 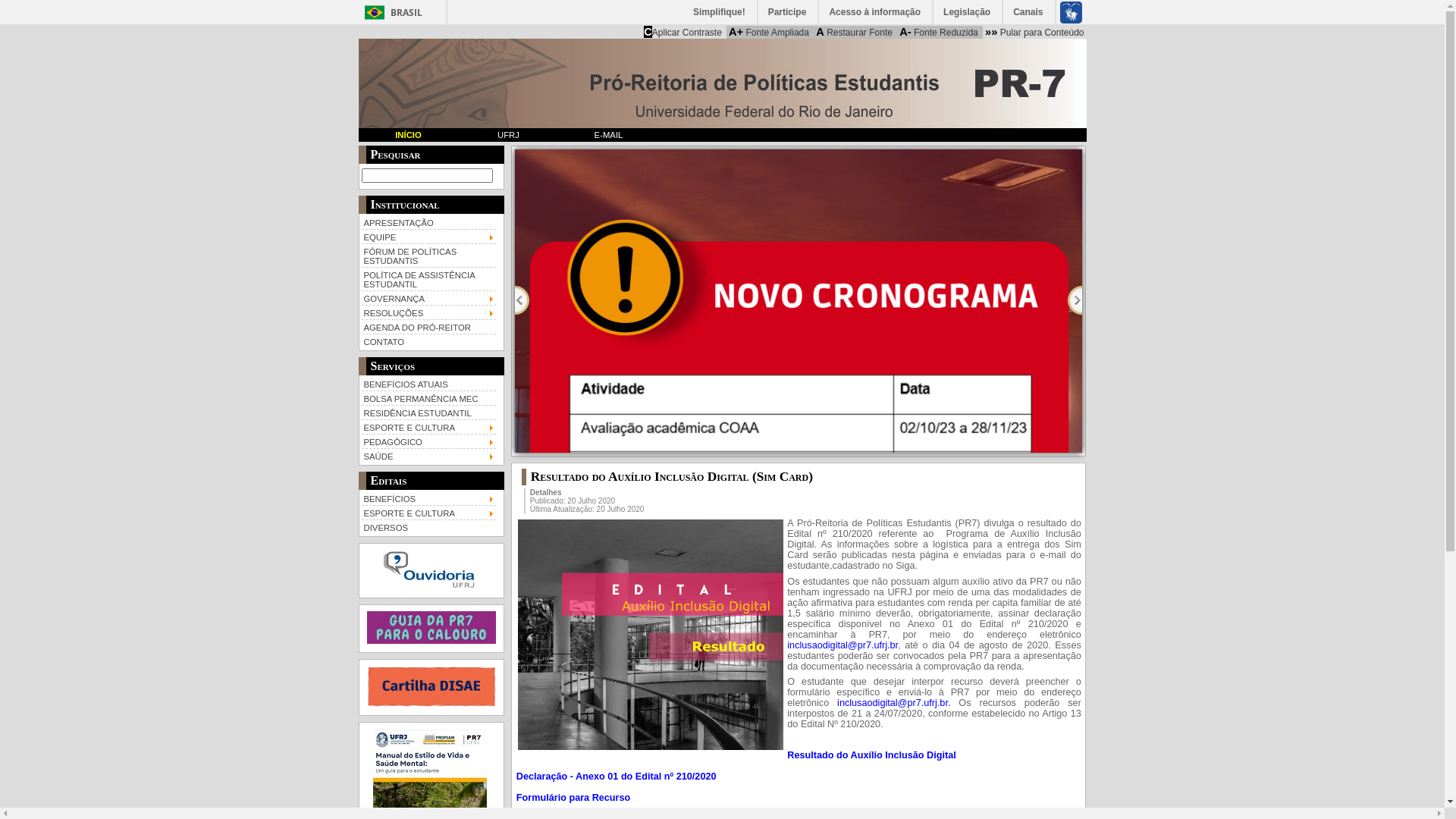 What do you see at coordinates (1028, 11) in the screenshot?
I see `'Canais'` at bounding box center [1028, 11].